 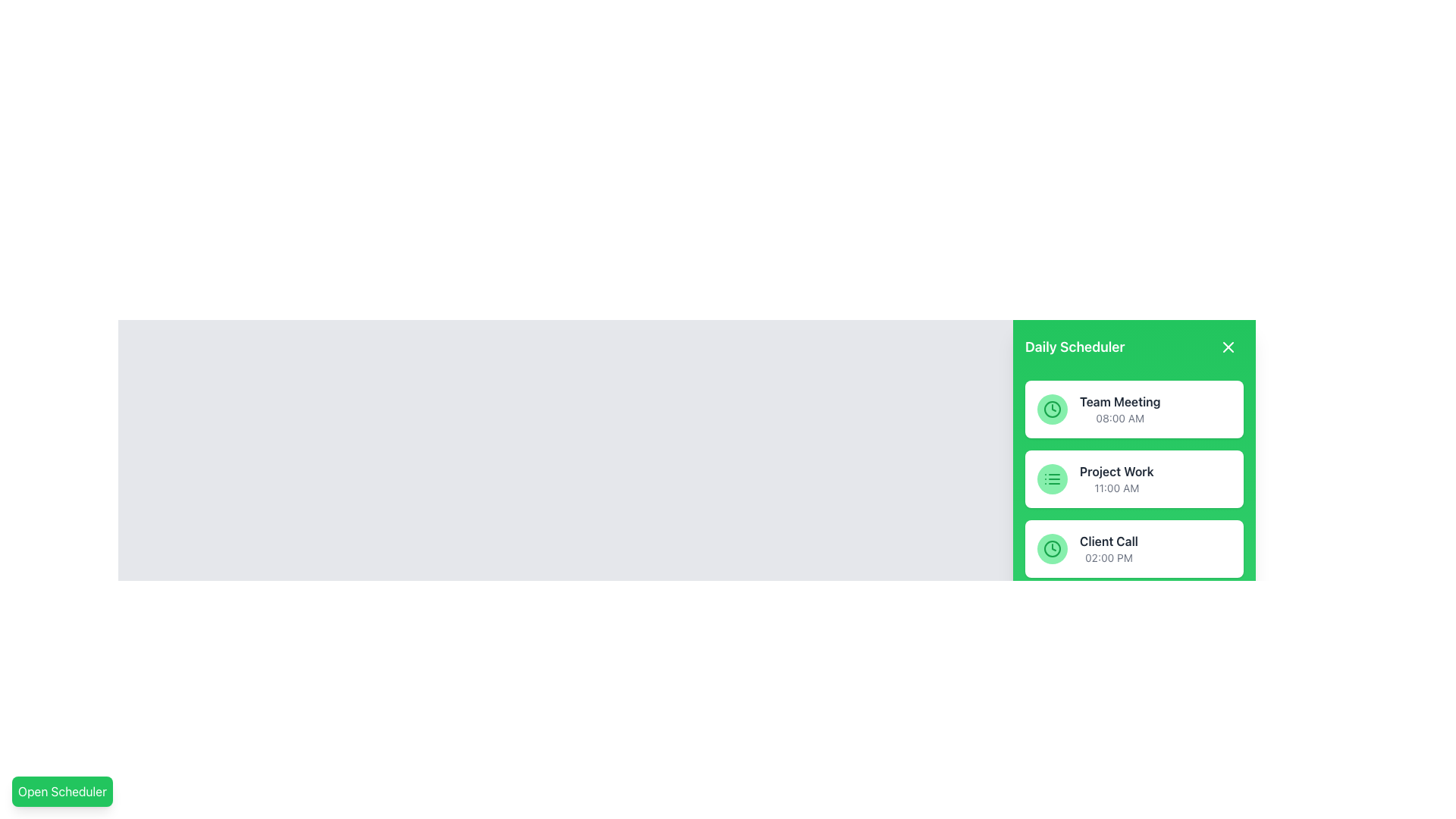 What do you see at coordinates (1109, 540) in the screenshot?
I see `the text label that displays the title 'Client Call' located in the green sidebar under the 'Daily Scheduler' section, above the timestamp '02:00 PM'` at bounding box center [1109, 540].